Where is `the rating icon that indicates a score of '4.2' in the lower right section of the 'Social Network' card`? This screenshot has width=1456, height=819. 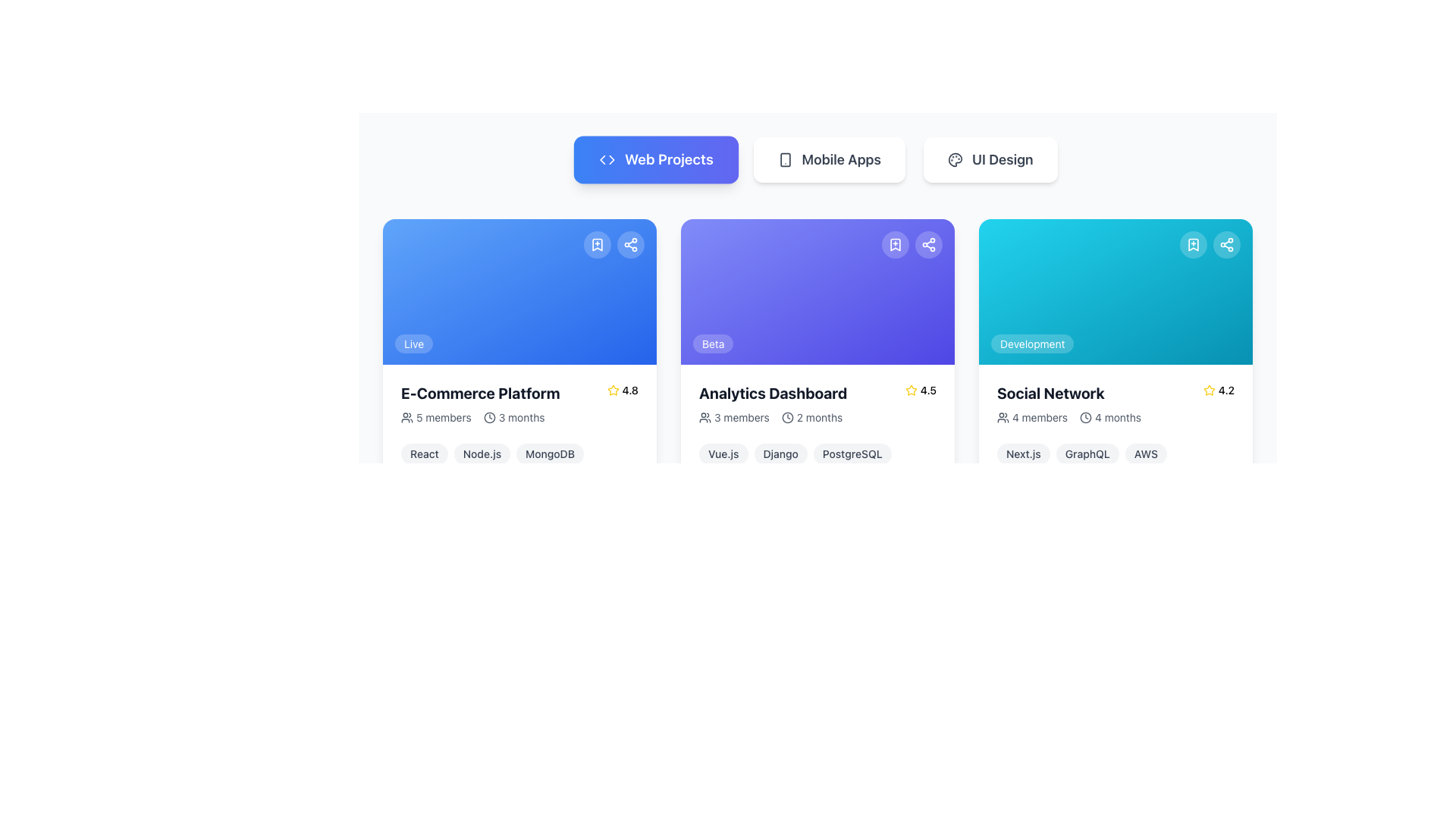
the rating icon that indicates a score of '4.2' in the lower right section of the 'Social Network' card is located at coordinates (1208, 390).